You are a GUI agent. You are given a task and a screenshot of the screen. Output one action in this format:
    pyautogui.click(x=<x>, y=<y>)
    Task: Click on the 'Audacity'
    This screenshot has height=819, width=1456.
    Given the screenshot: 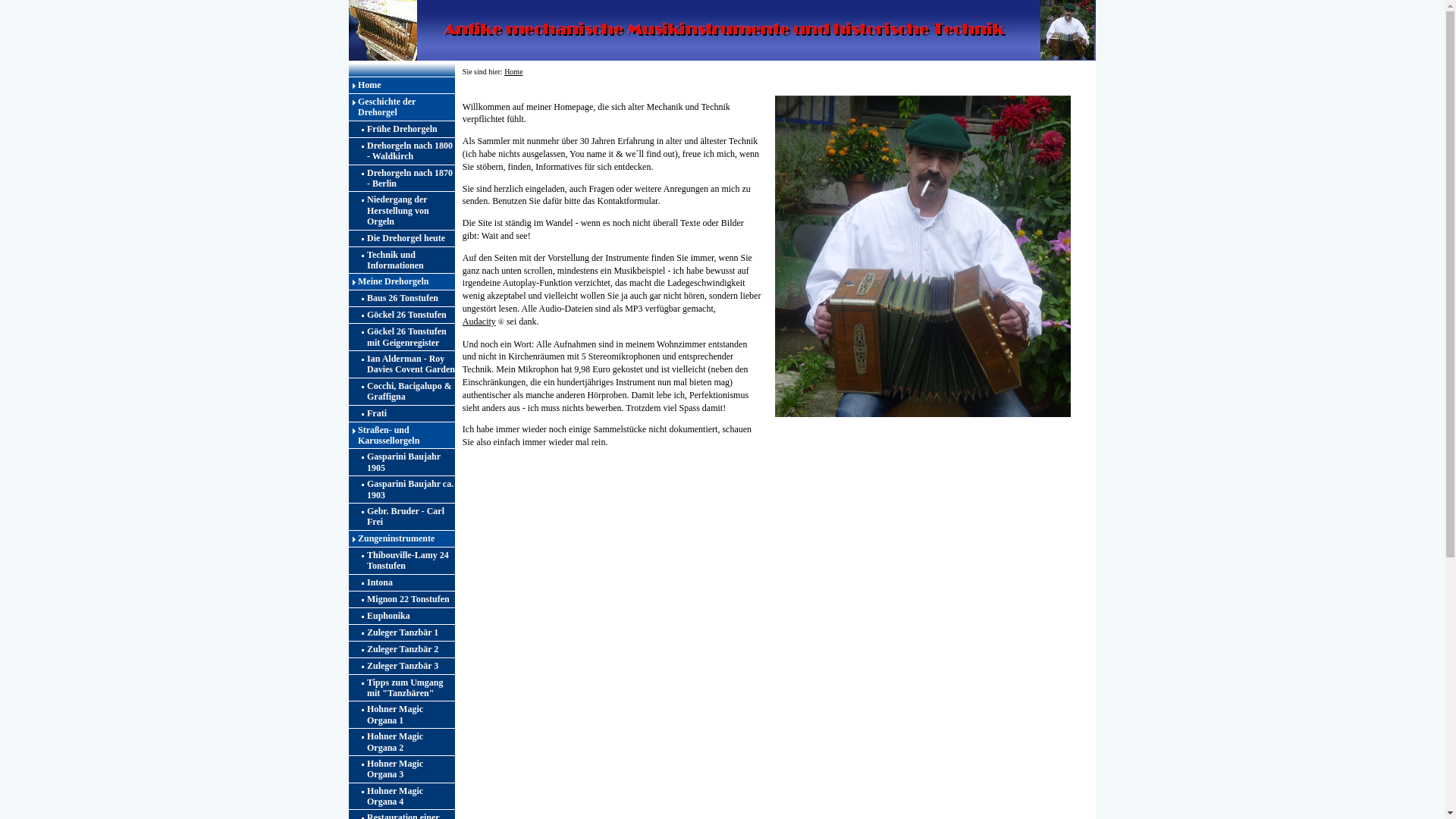 What is the action you would take?
    pyautogui.click(x=461, y=321)
    